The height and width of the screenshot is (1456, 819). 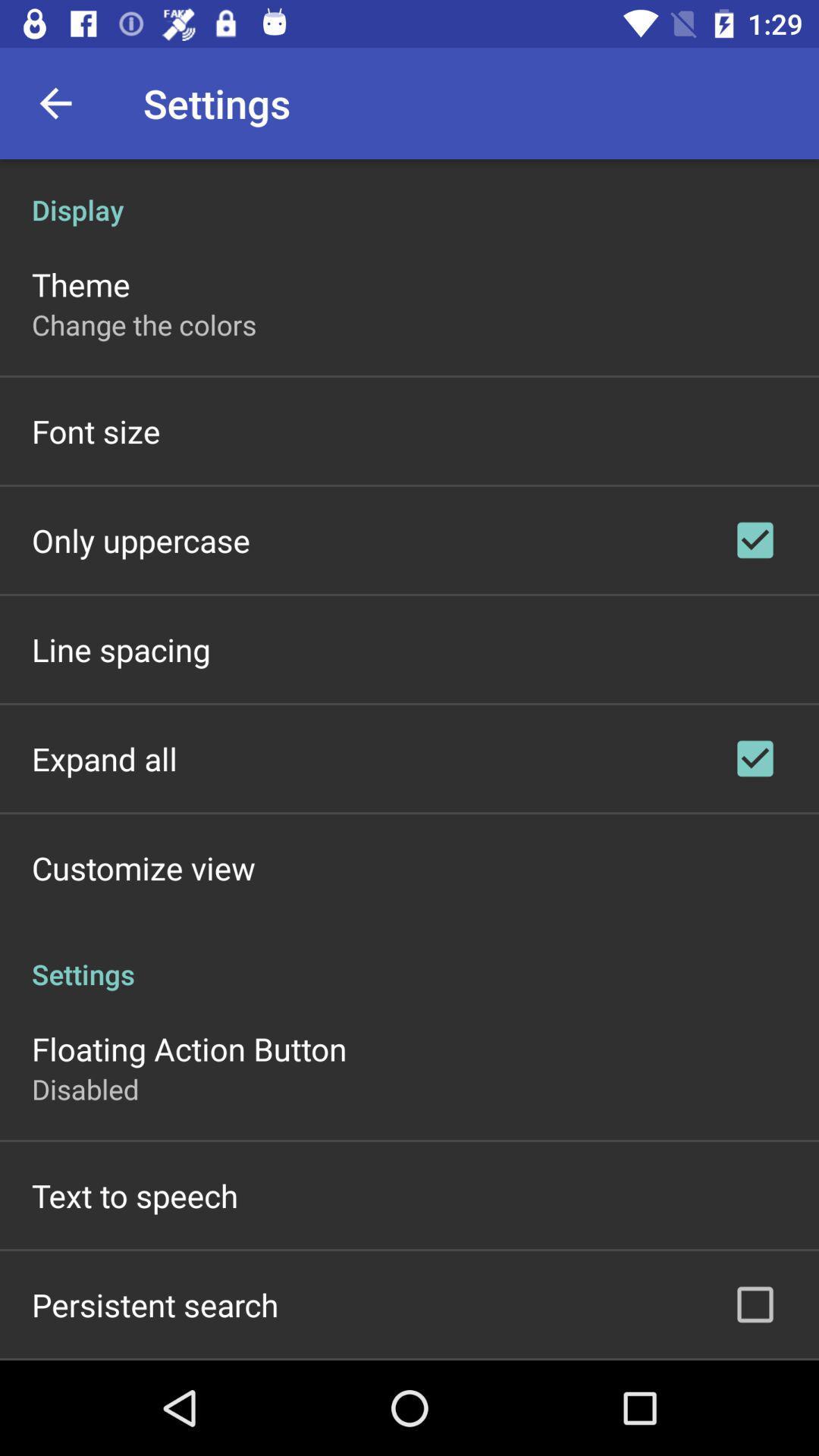 What do you see at coordinates (409, 193) in the screenshot?
I see `the display` at bounding box center [409, 193].